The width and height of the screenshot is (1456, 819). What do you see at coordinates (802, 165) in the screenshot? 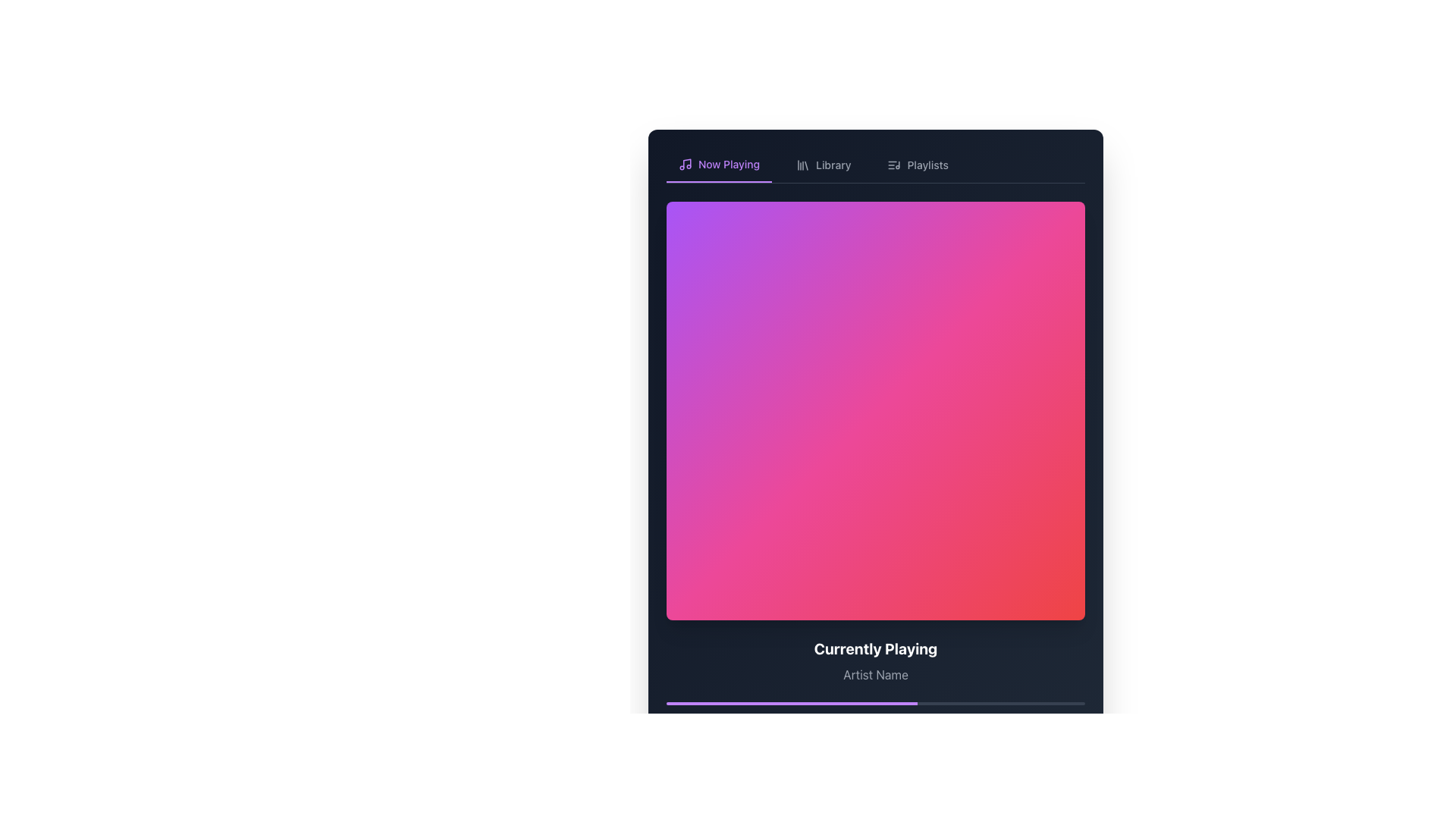
I see `the 'Library' navigation icon located in the top navigation bar, positioned between 'Now Playing' and 'Playlists'` at bounding box center [802, 165].